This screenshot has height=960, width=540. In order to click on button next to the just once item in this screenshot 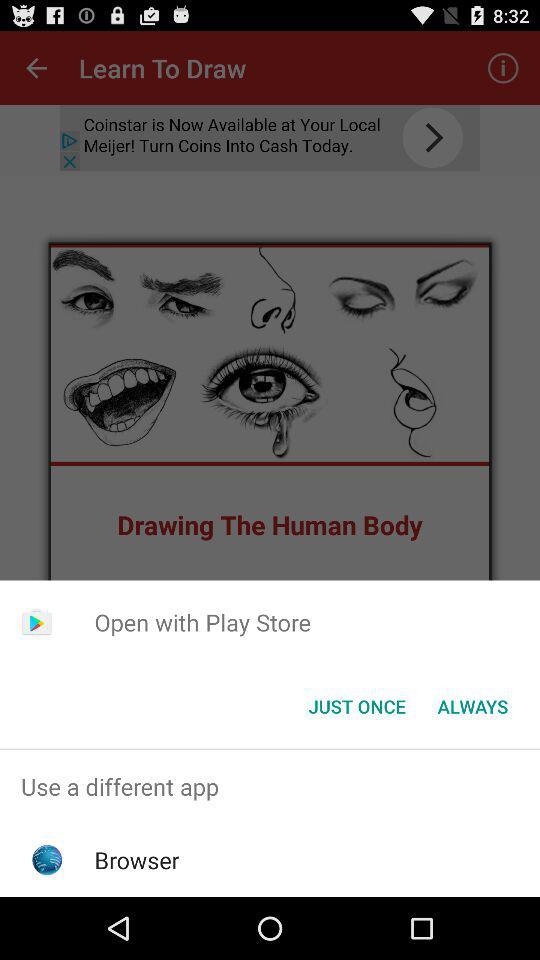, I will do `click(472, 706)`.